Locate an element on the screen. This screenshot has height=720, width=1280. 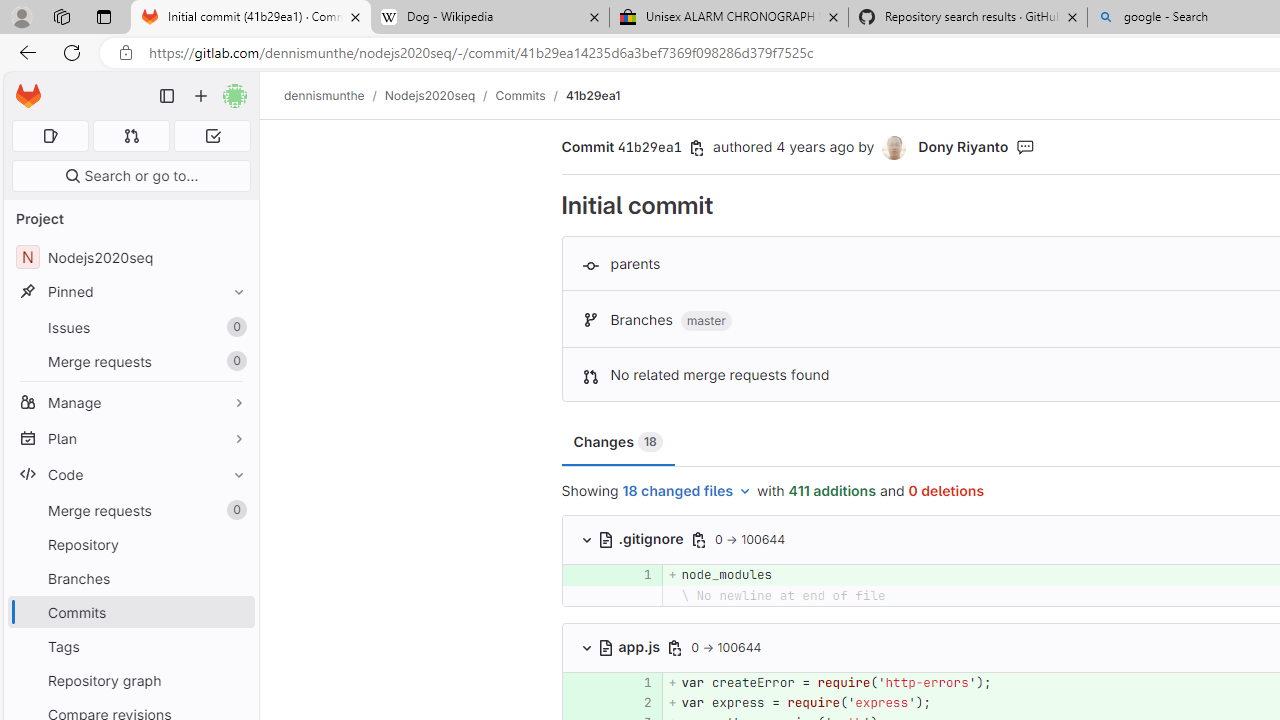
'Unpin Merge requests' is located at coordinates (234, 509).